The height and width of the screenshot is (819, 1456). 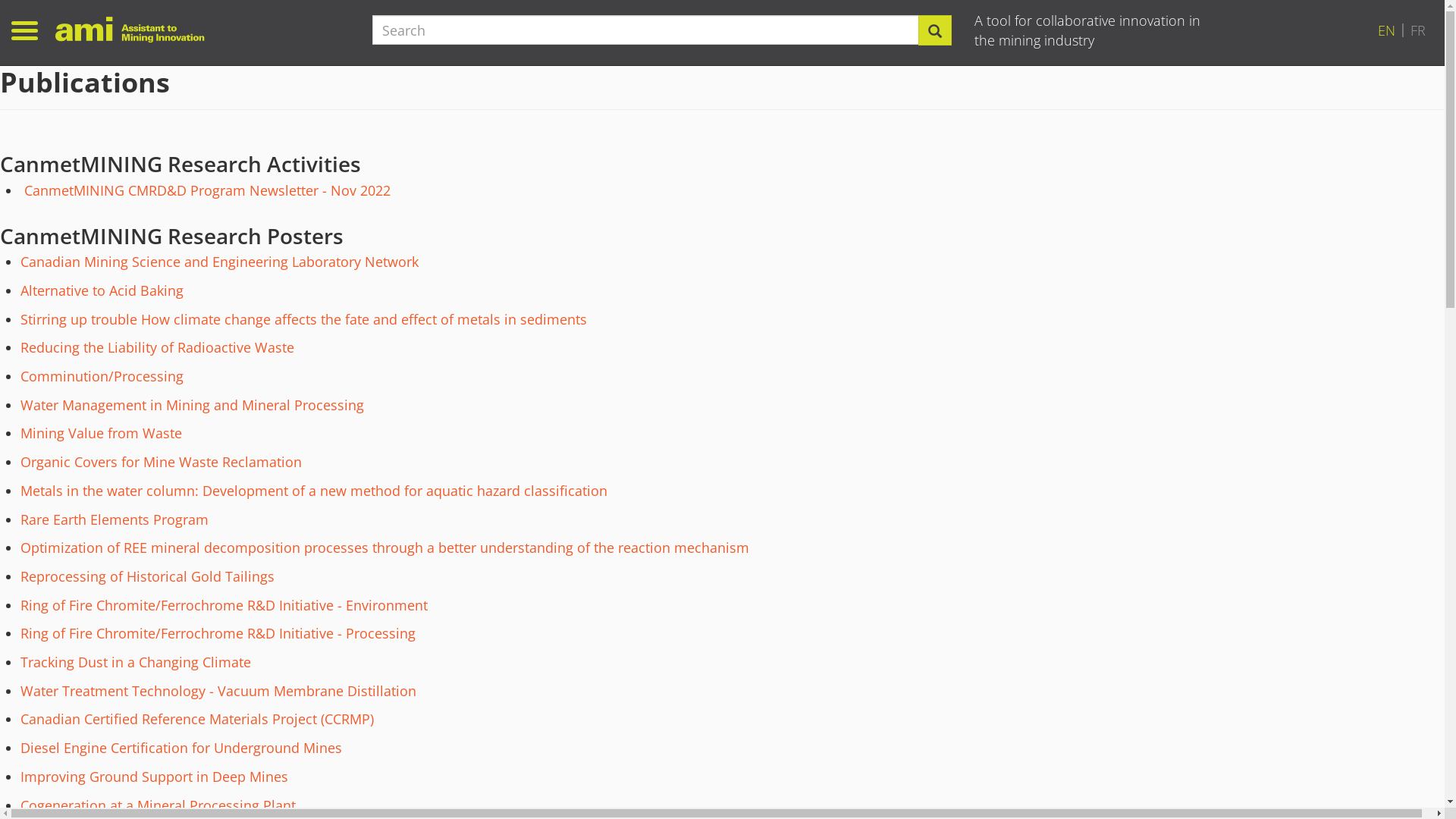 What do you see at coordinates (161, 461) in the screenshot?
I see `'Organic Covers for Mine Waste Reclamation'` at bounding box center [161, 461].